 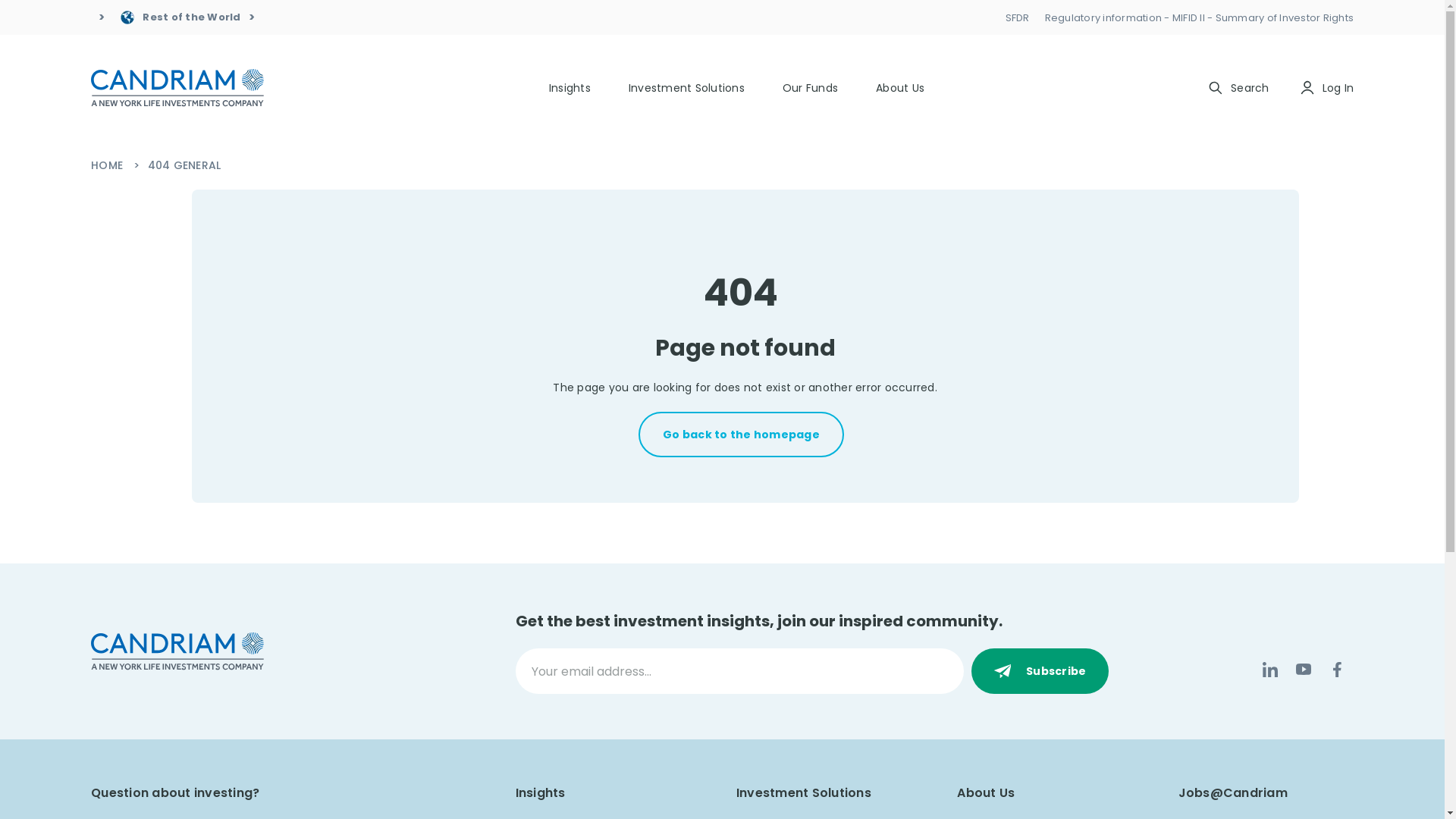 What do you see at coordinates (1238, 87) in the screenshot?
I see `'Search'` at bounding box center [1238, 87].